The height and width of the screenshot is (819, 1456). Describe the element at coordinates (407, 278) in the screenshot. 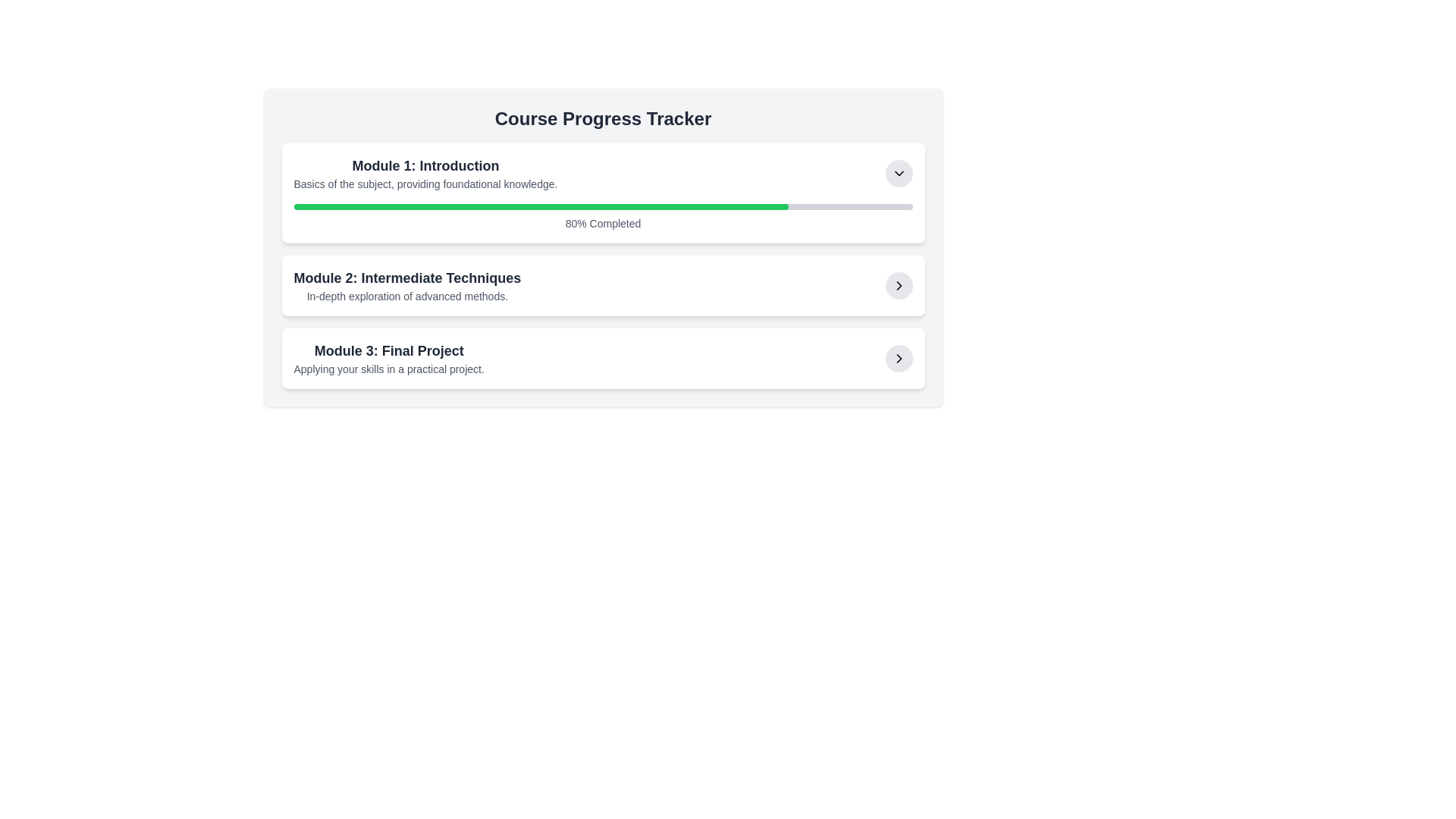

I see `the text label displaying the title of the second module in the course progress tracker by clicking on it` at that location.